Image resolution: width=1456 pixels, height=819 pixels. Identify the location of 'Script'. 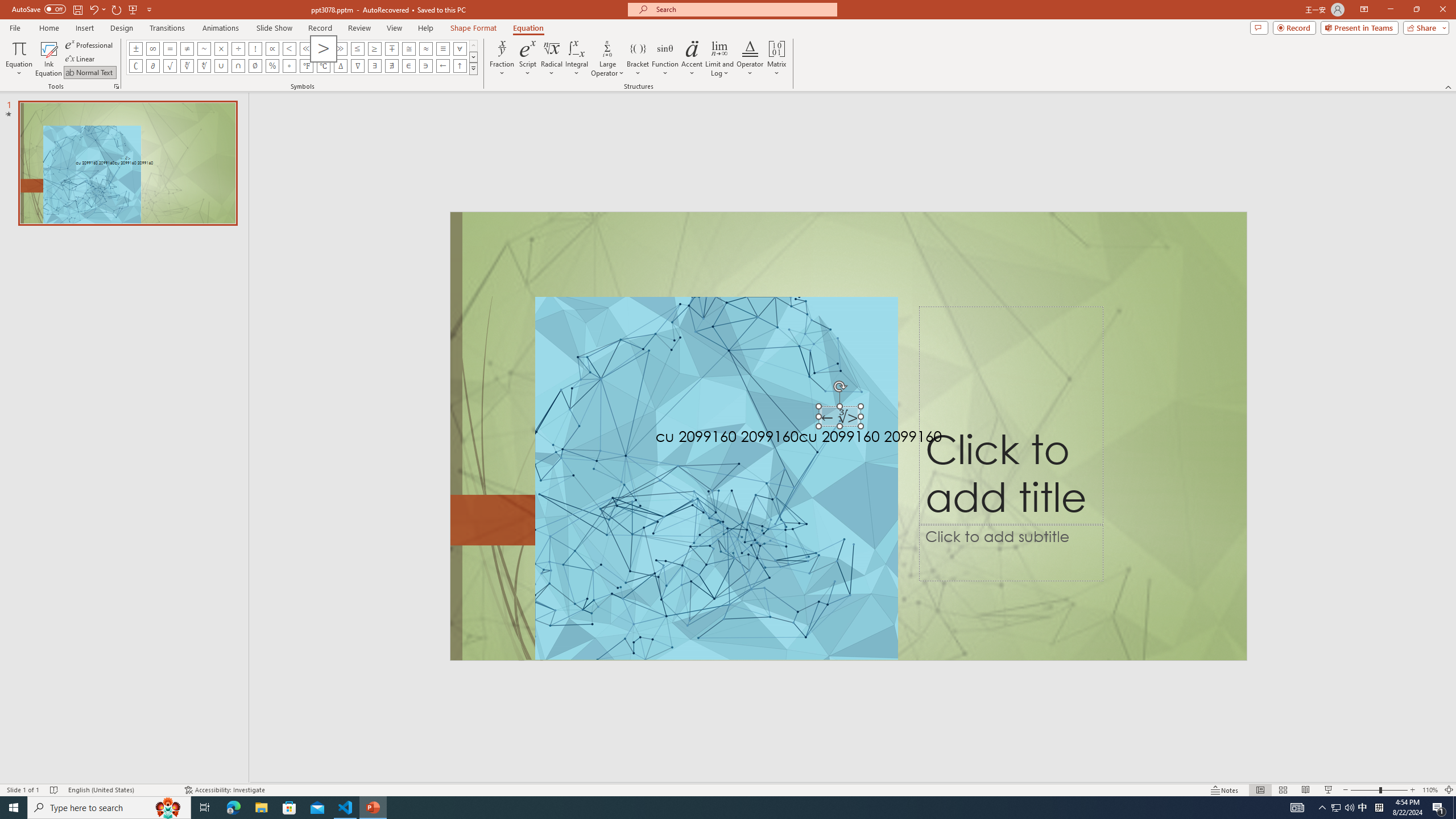
(528, 59).